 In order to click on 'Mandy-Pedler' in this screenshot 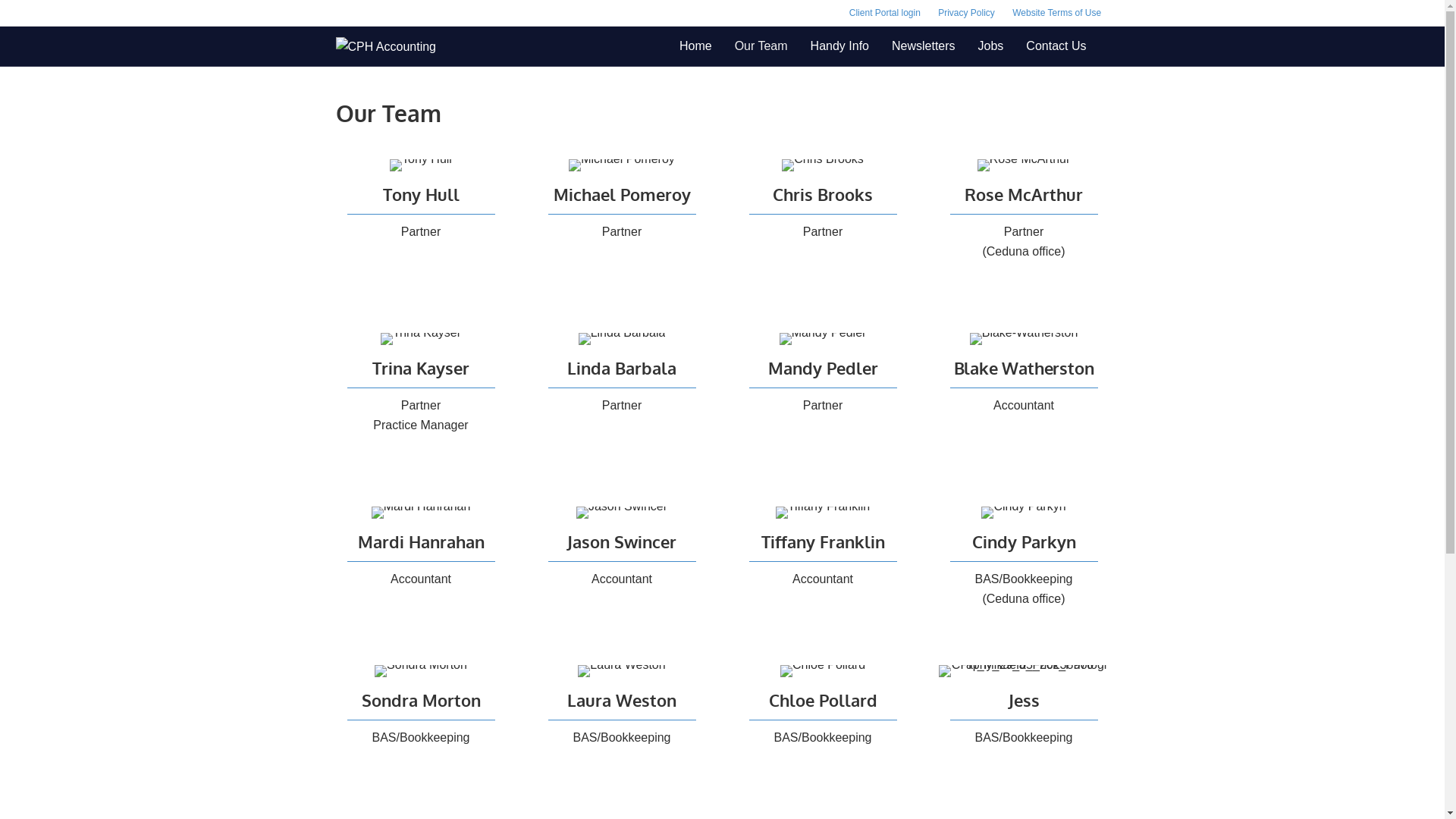, I will do `click(822, 338)`.